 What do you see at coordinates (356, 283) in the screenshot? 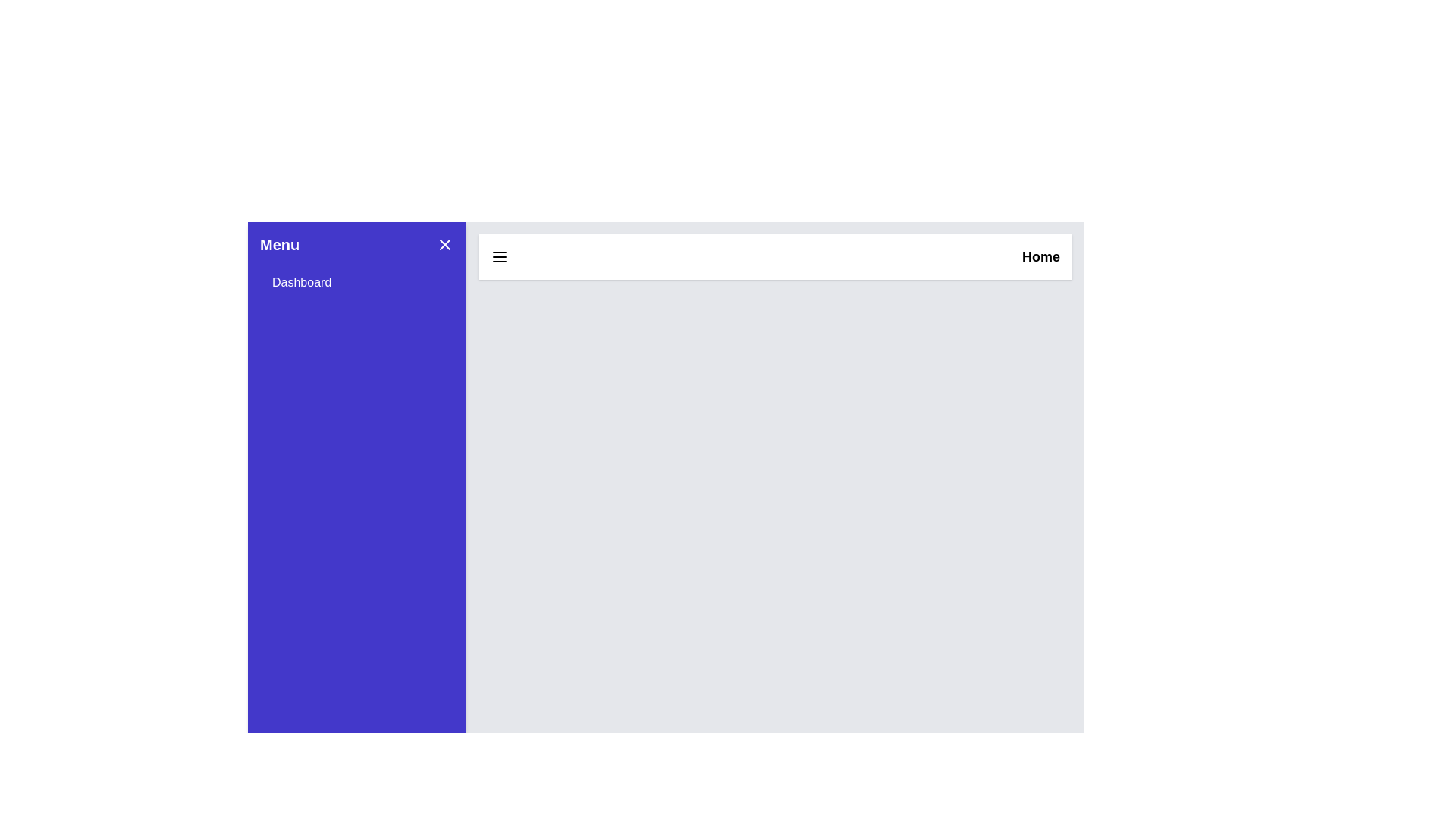
I see `the 'Dashboard' button in the drawer` at bounding box center [356, 283].